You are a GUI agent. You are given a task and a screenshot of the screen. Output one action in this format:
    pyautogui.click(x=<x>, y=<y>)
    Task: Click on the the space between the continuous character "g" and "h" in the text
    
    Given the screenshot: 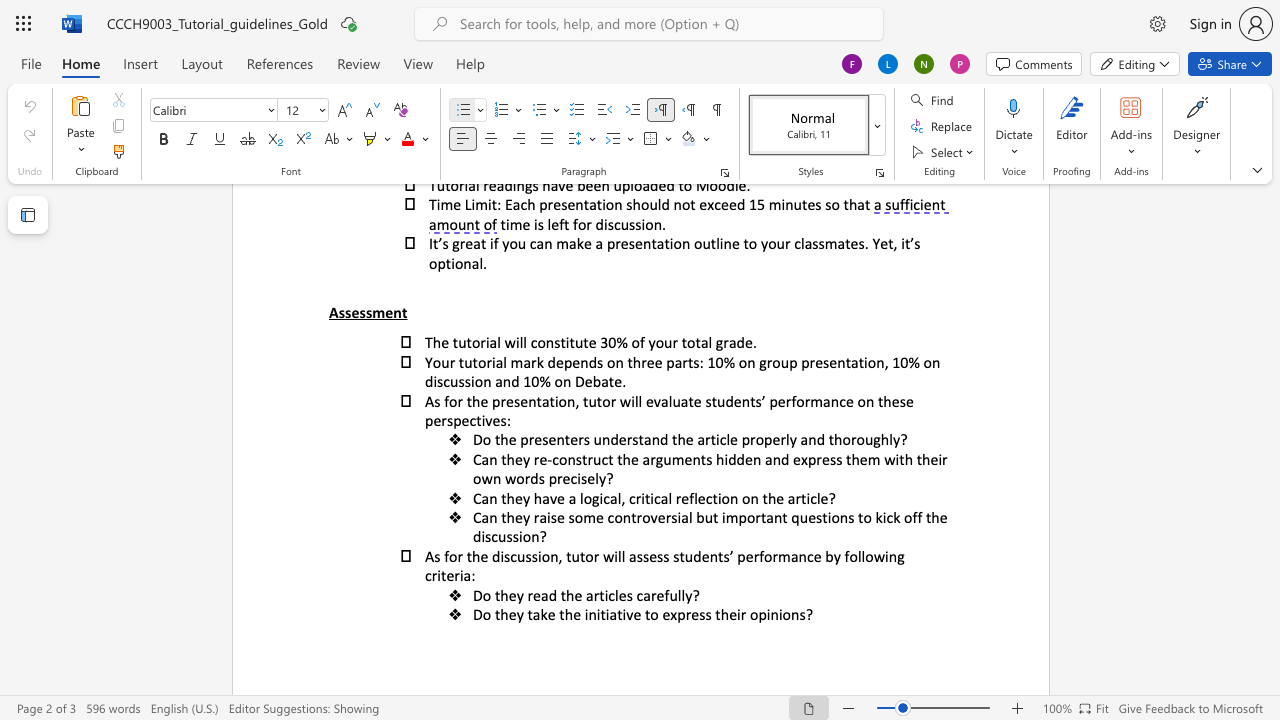 What is the action you would take?
    pyautogui.click(x=880, y=438)
    